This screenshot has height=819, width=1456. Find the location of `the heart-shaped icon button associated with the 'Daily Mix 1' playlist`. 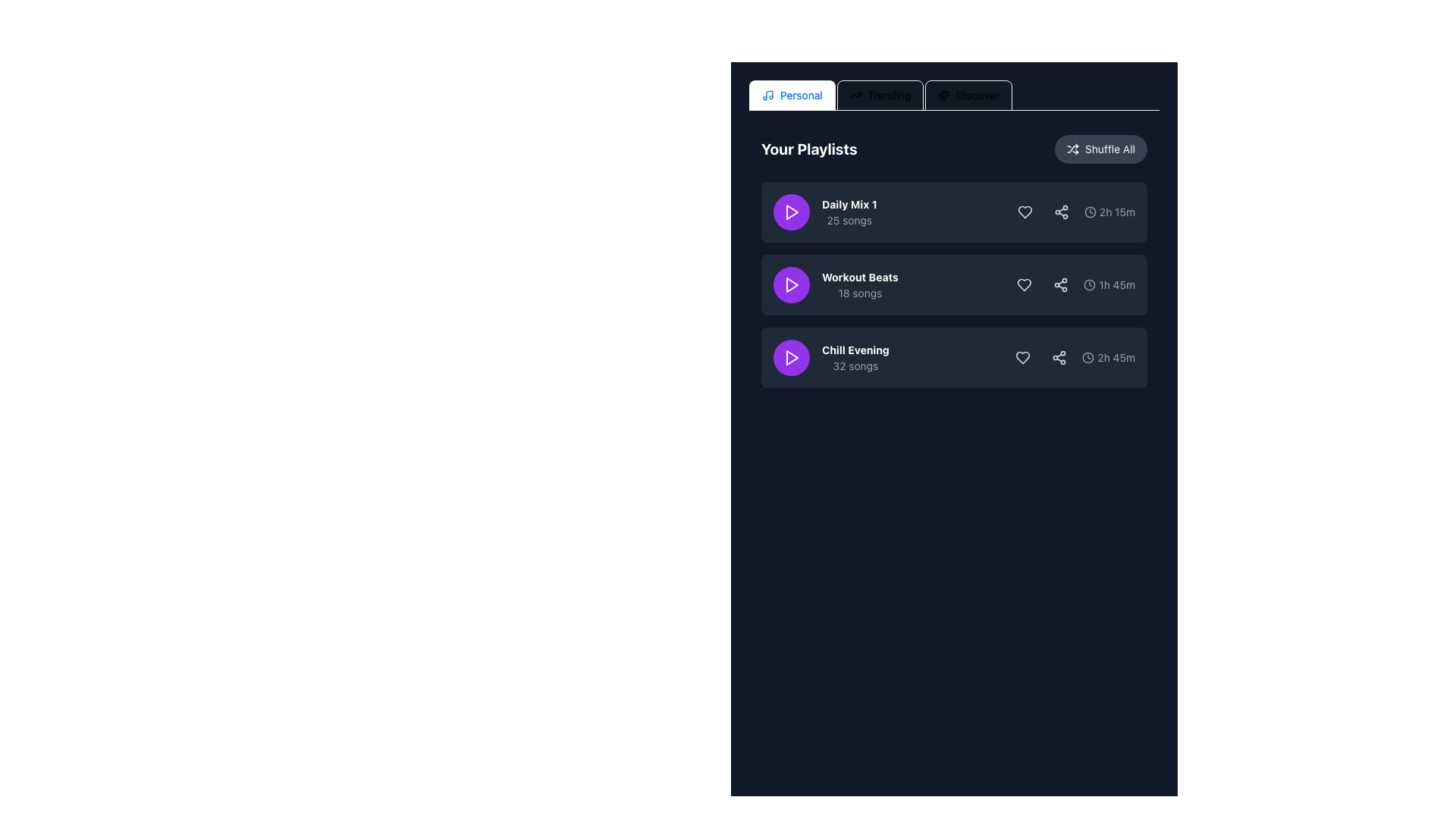

the heart-shaped icon button associated with the 'Daily Mix 1' playlist is located at coordinates (1025, 212).